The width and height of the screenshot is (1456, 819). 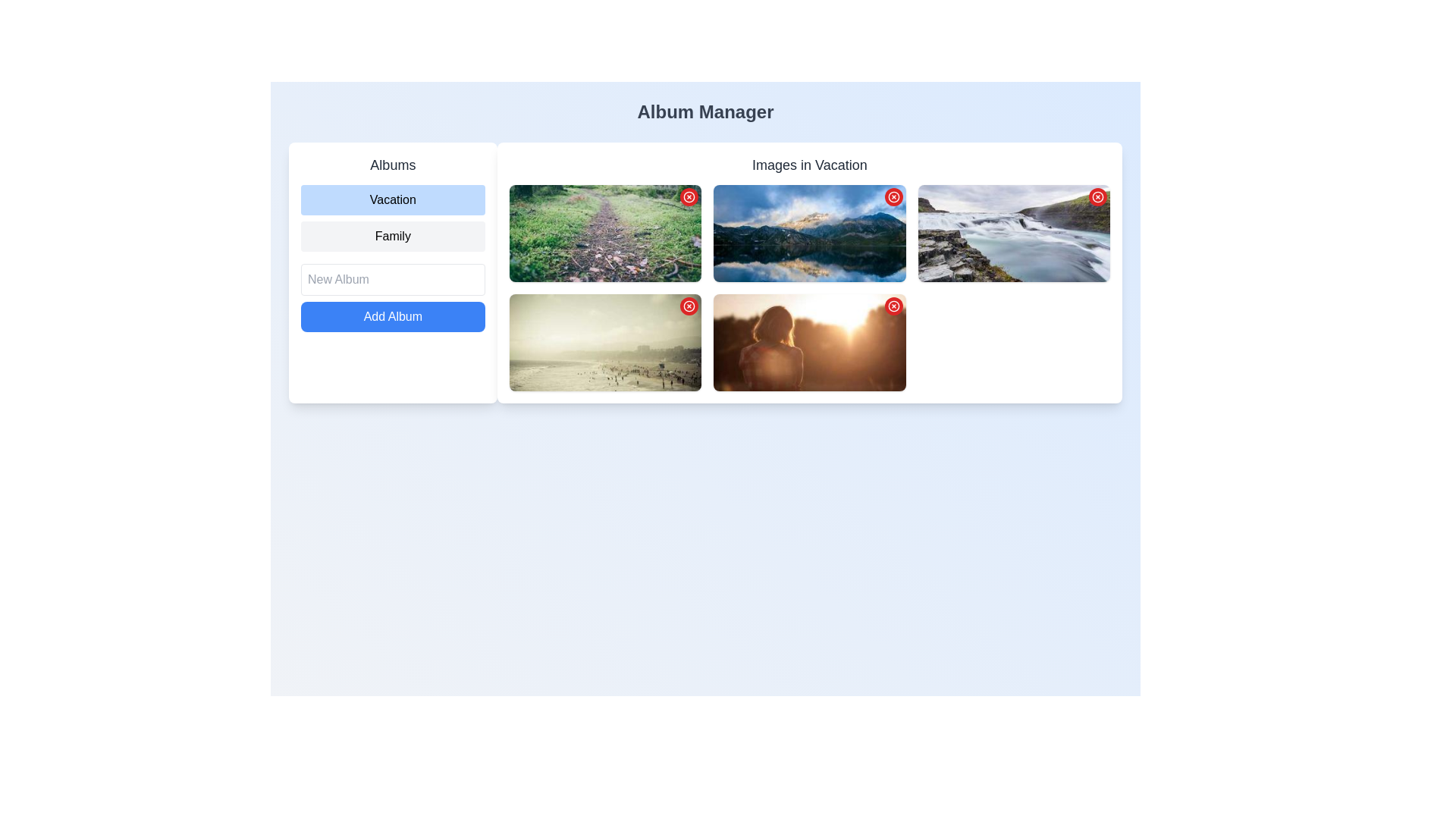 What do you see at coordinates (393, 199) in the screenshot?
I see `the 'Vacation' button with a light blue background located in the 'Albums' section to observe the background color change` at bounding box center [393, 199].